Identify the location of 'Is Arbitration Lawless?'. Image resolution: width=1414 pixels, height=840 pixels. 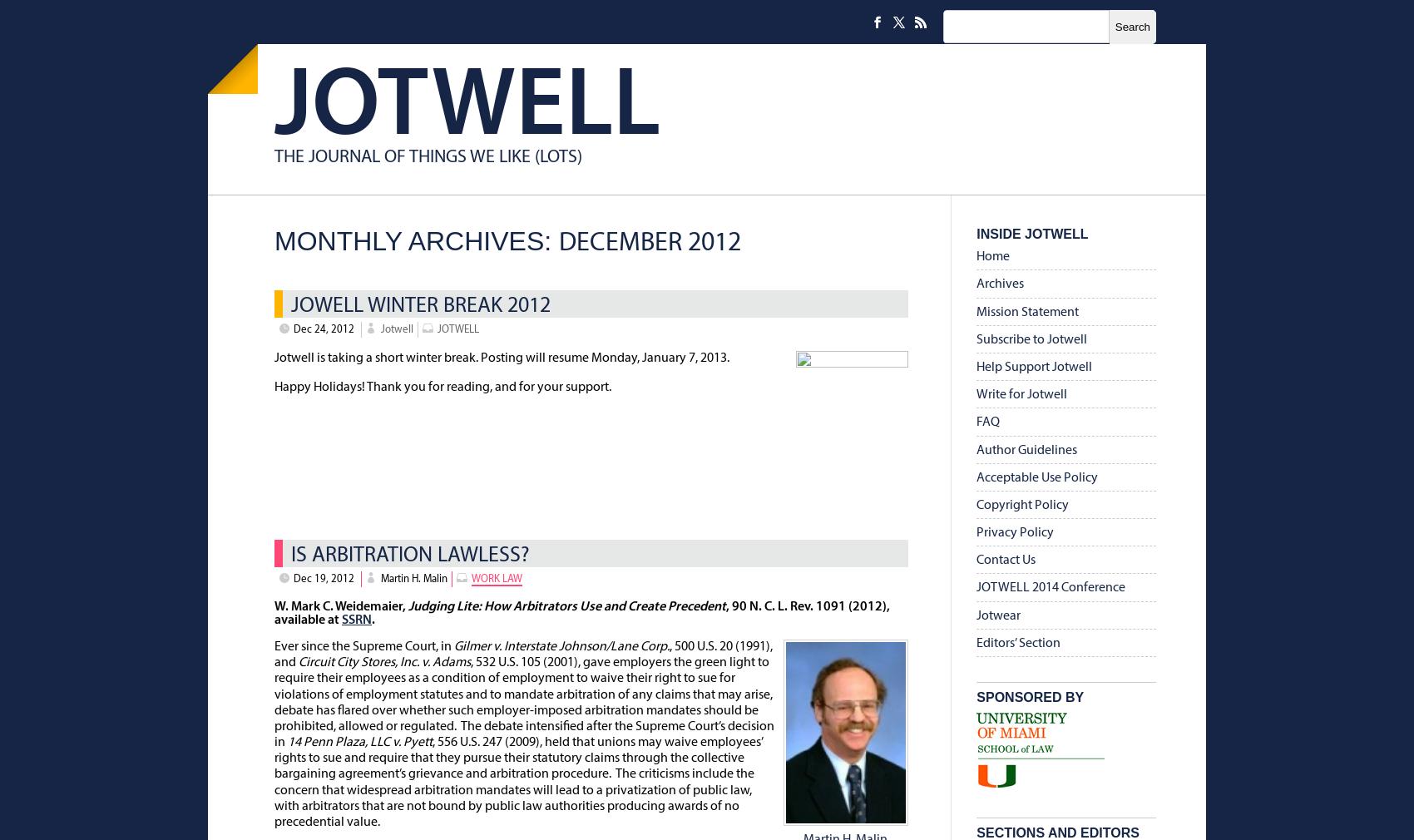
(410, 555).